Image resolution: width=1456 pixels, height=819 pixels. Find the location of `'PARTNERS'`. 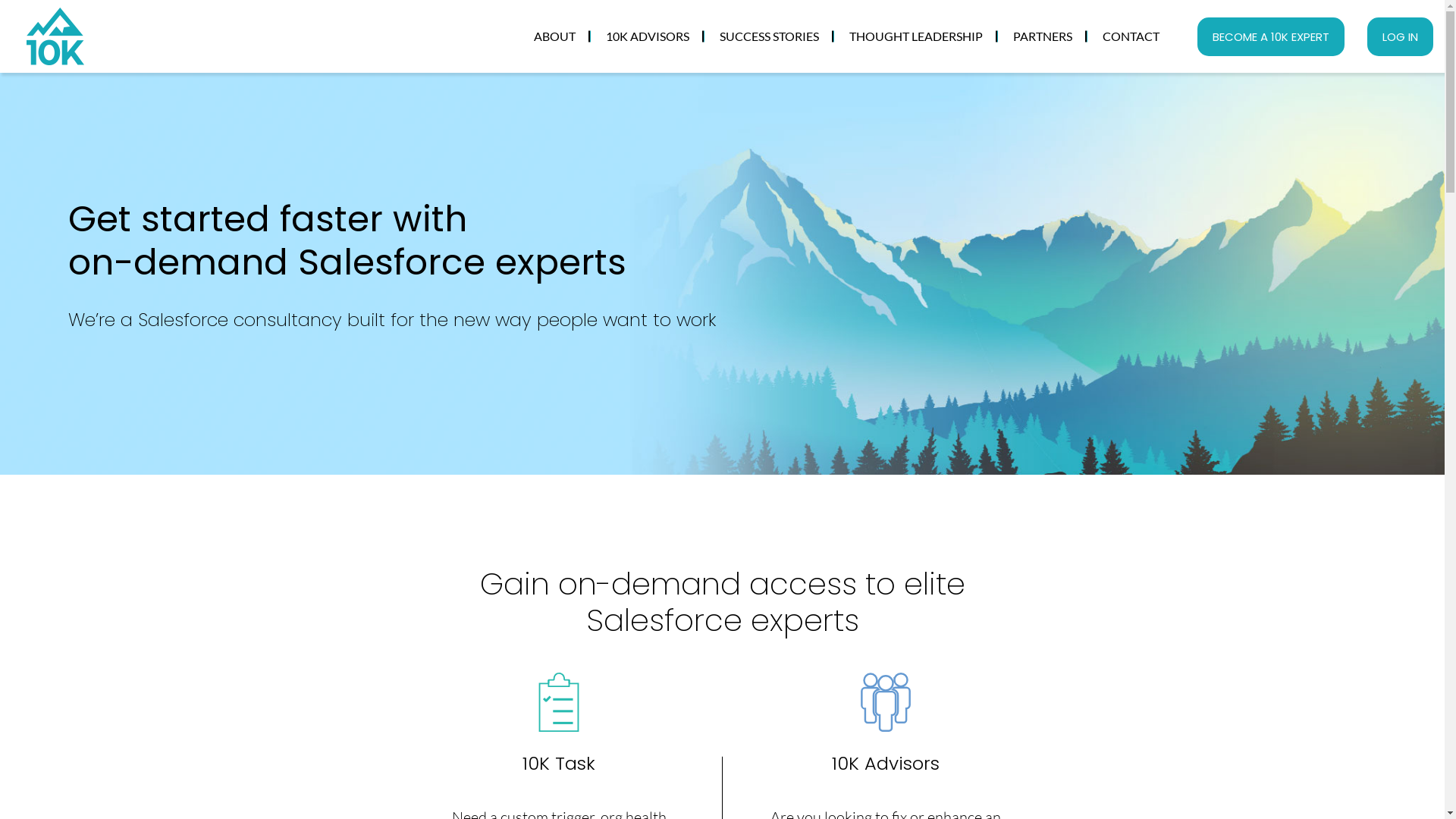

'PARTNERS' is located at coordinates (1041, 35).